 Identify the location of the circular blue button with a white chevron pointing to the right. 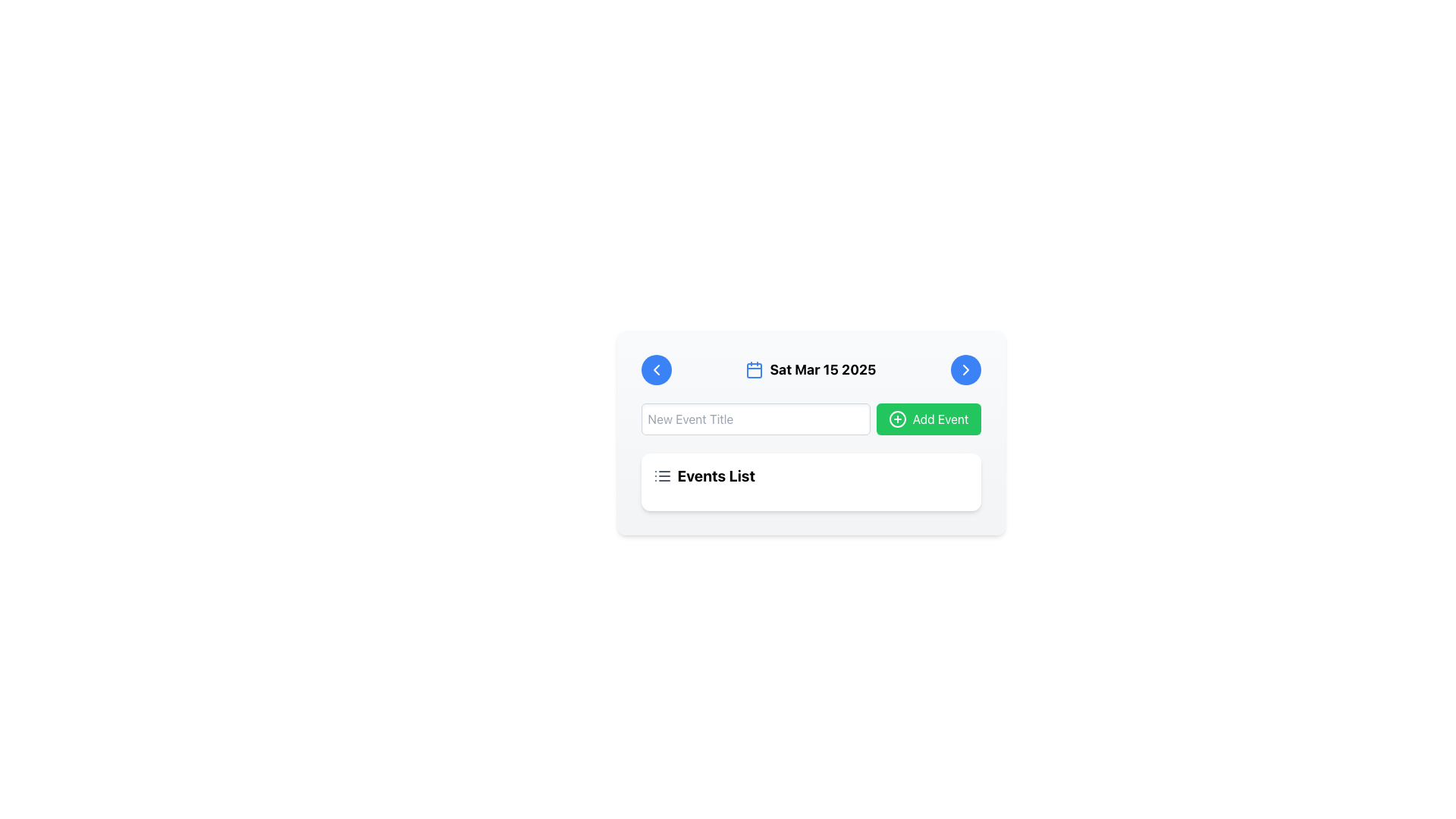
(965, 370).